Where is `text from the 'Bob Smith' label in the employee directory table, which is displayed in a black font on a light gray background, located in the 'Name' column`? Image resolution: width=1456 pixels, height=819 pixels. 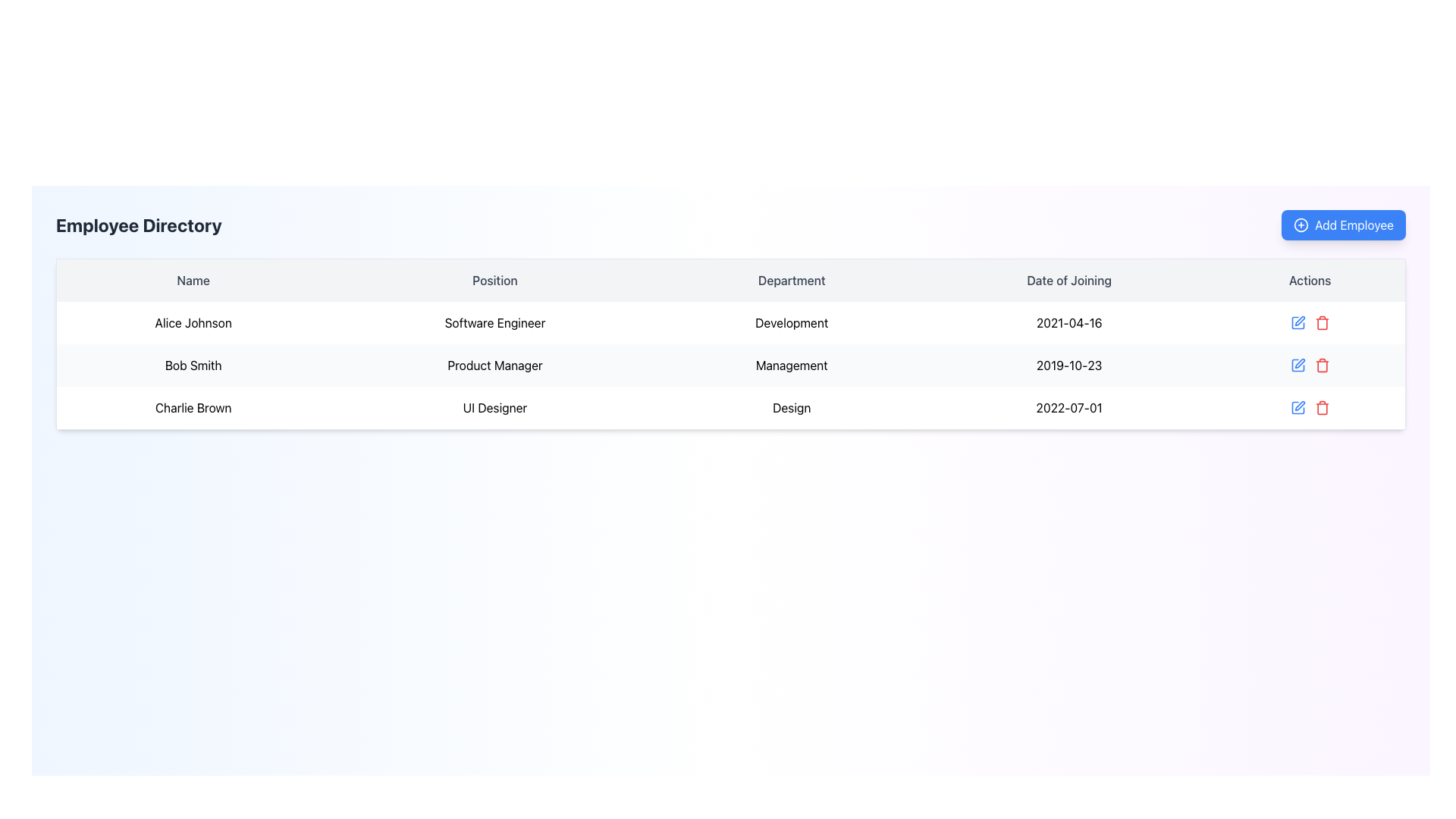
text from the 'Bob Smith' label in the employee directory table, which is displayed in a black font on a light gray background, located in the 'Name' column is located at coordinates (192, 366).